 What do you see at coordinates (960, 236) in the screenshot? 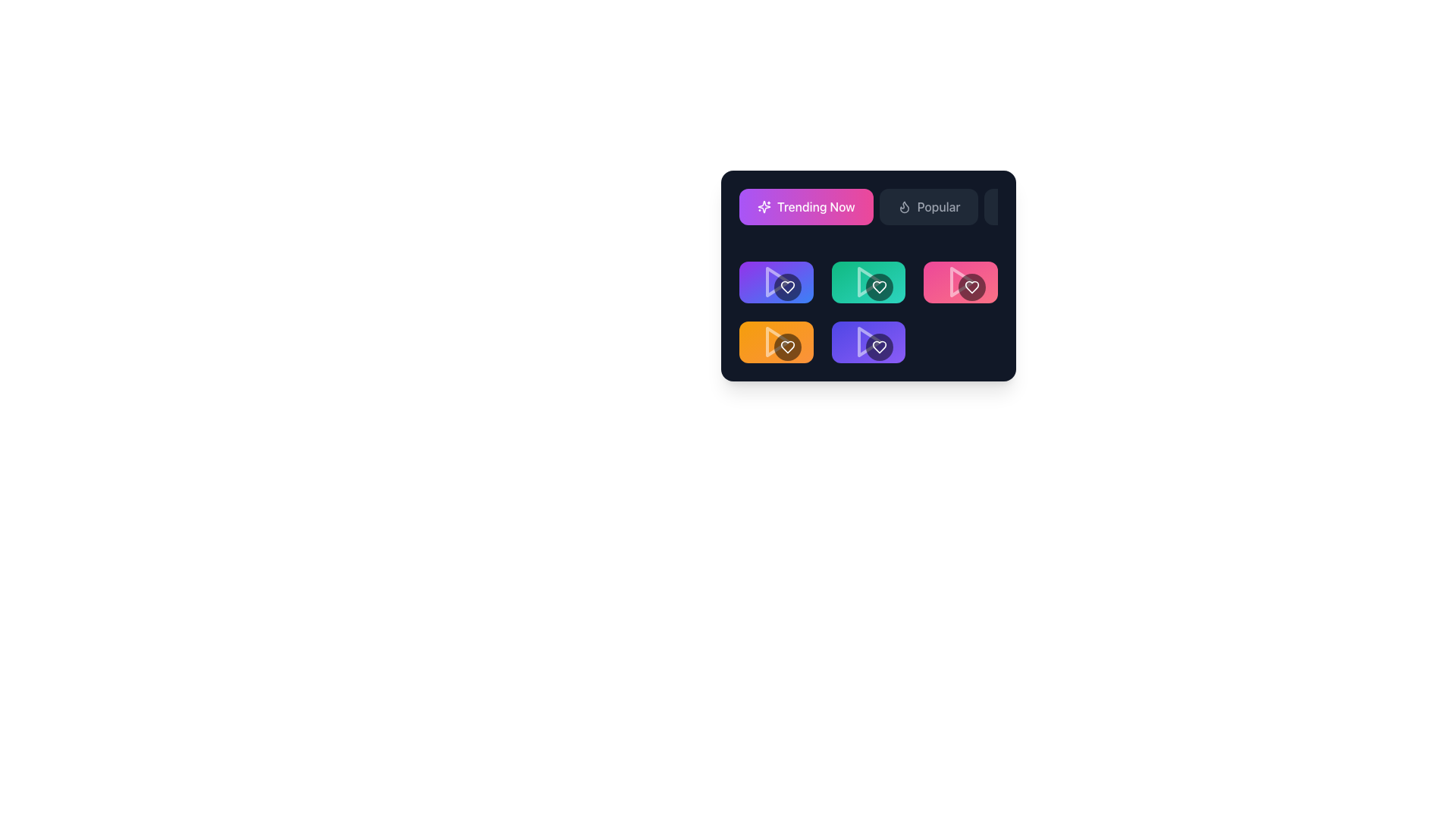
I see `the Structural Placeholder element located to the right of the 'Popular' tab within the tab section` at bounding box center [960, 236].